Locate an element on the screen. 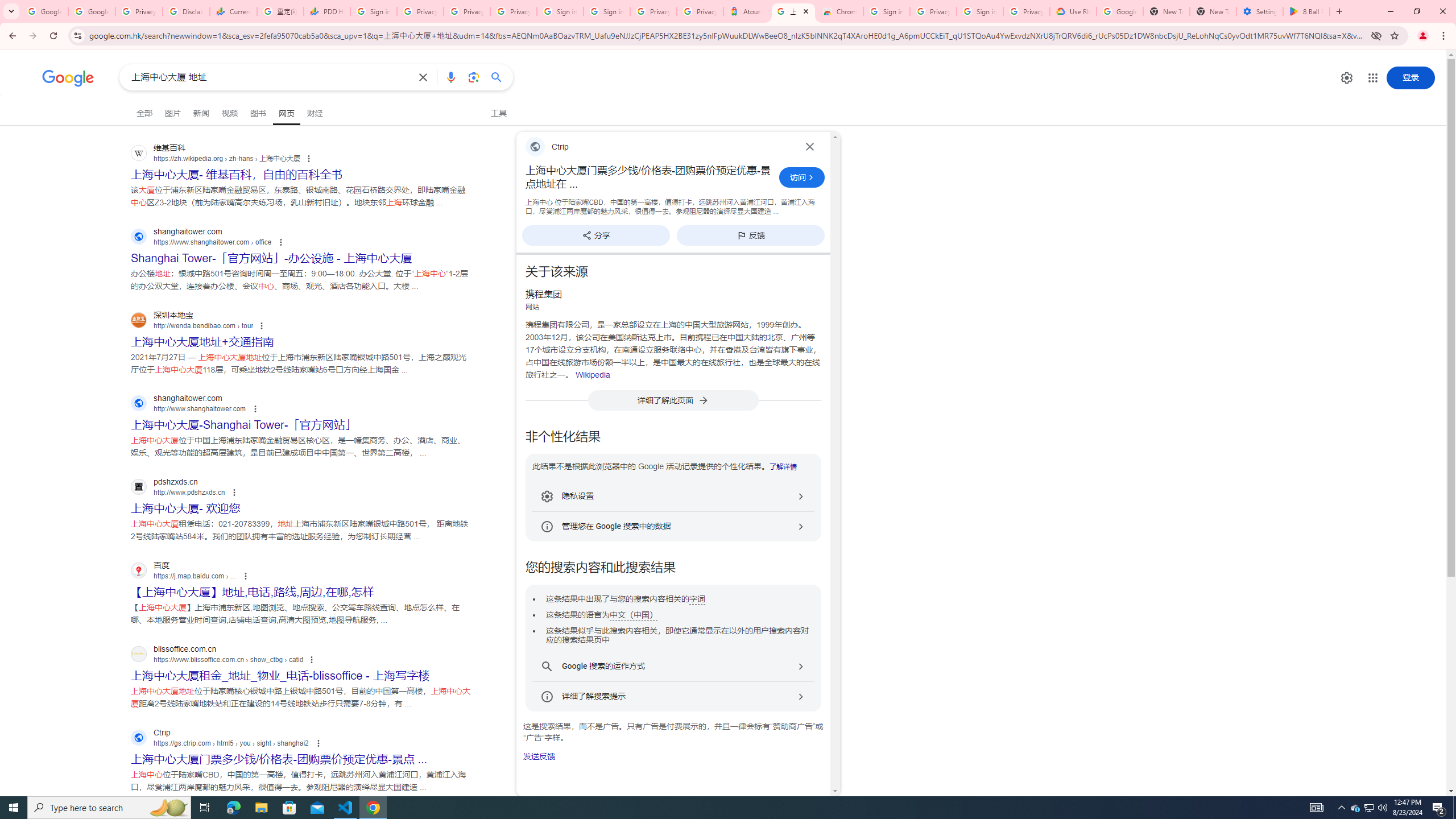  'Privacy Checkup' is located at coordinates (512, 11).